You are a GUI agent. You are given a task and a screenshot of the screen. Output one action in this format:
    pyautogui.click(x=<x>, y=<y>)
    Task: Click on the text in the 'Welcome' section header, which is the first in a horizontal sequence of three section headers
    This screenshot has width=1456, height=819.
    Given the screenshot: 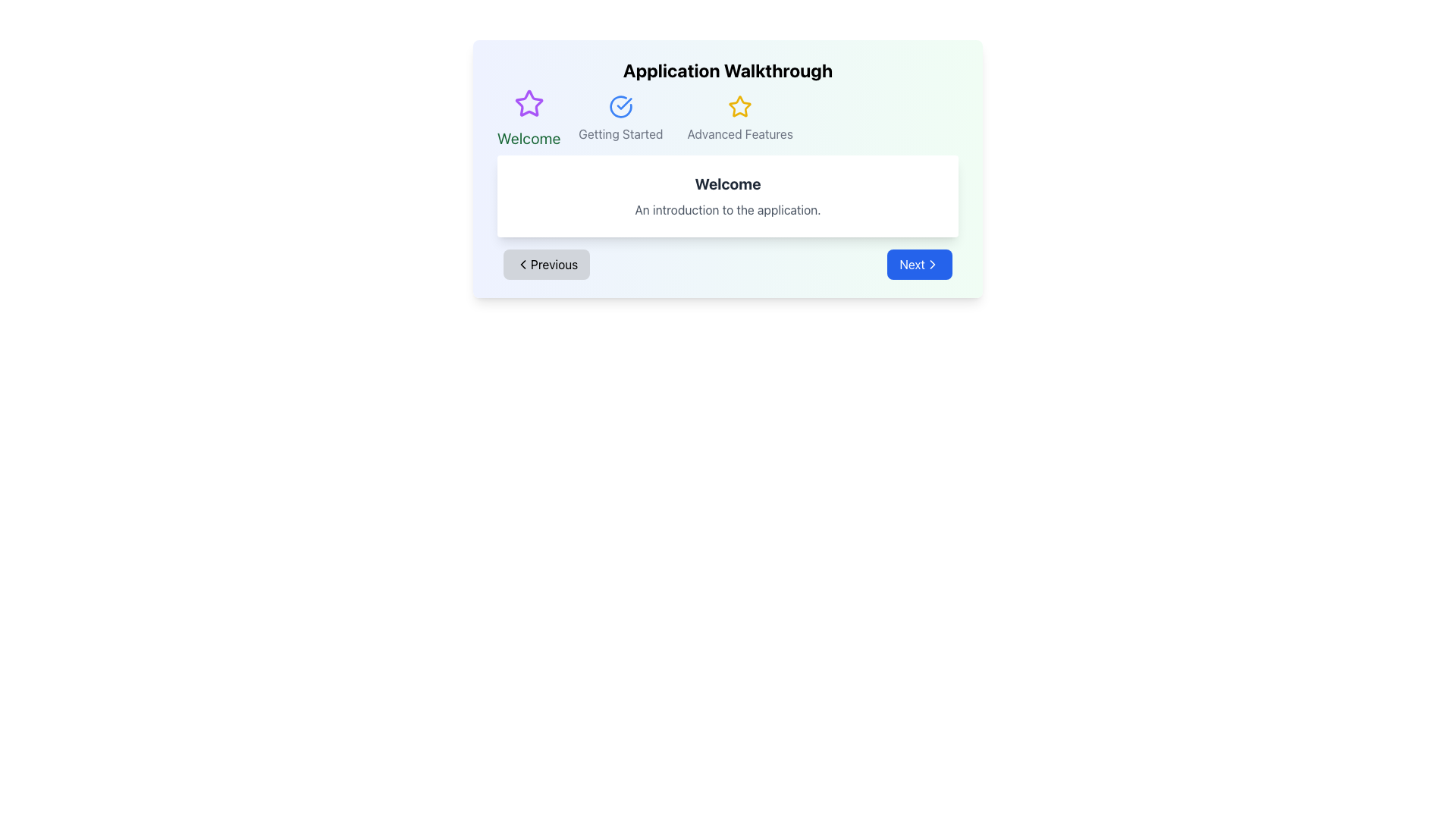 What is the action you would take?
    pyautogui.click(x=529, y=118)
    